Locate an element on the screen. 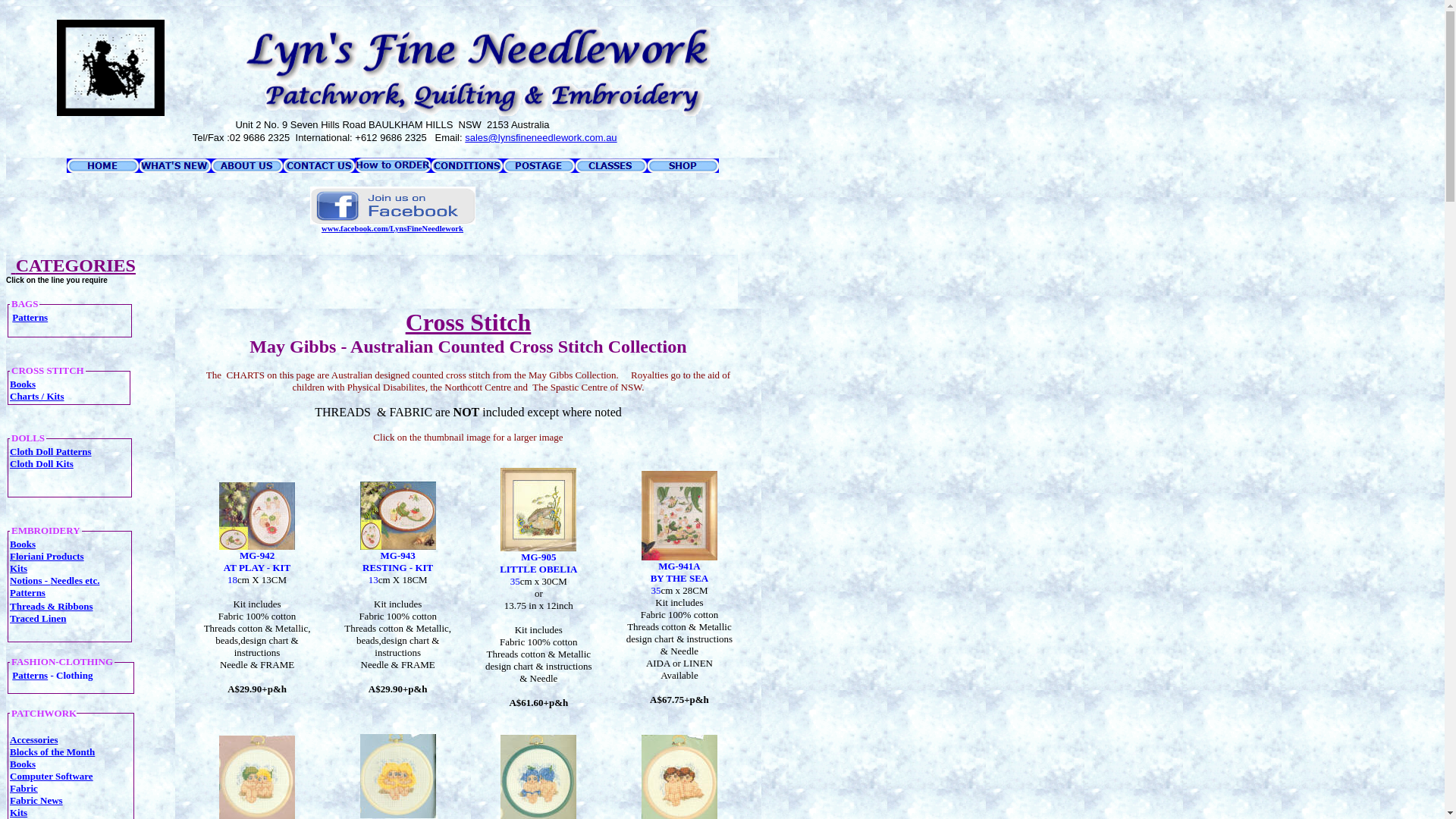 The image size is (1456, 819). 'Kits' is located at coordinates (18, 568).